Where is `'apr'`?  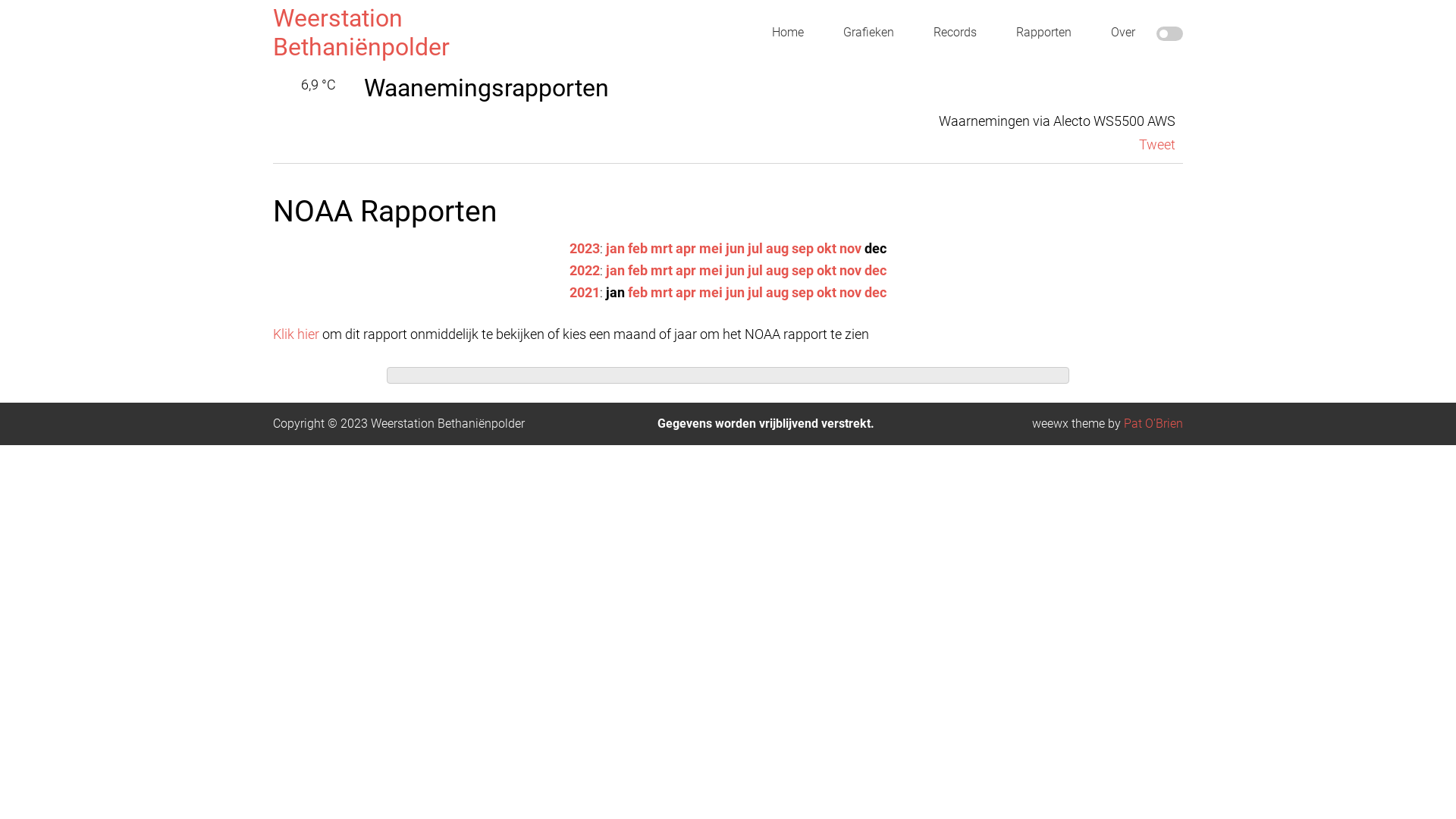
'apr' is located at coordinates (675, 247).